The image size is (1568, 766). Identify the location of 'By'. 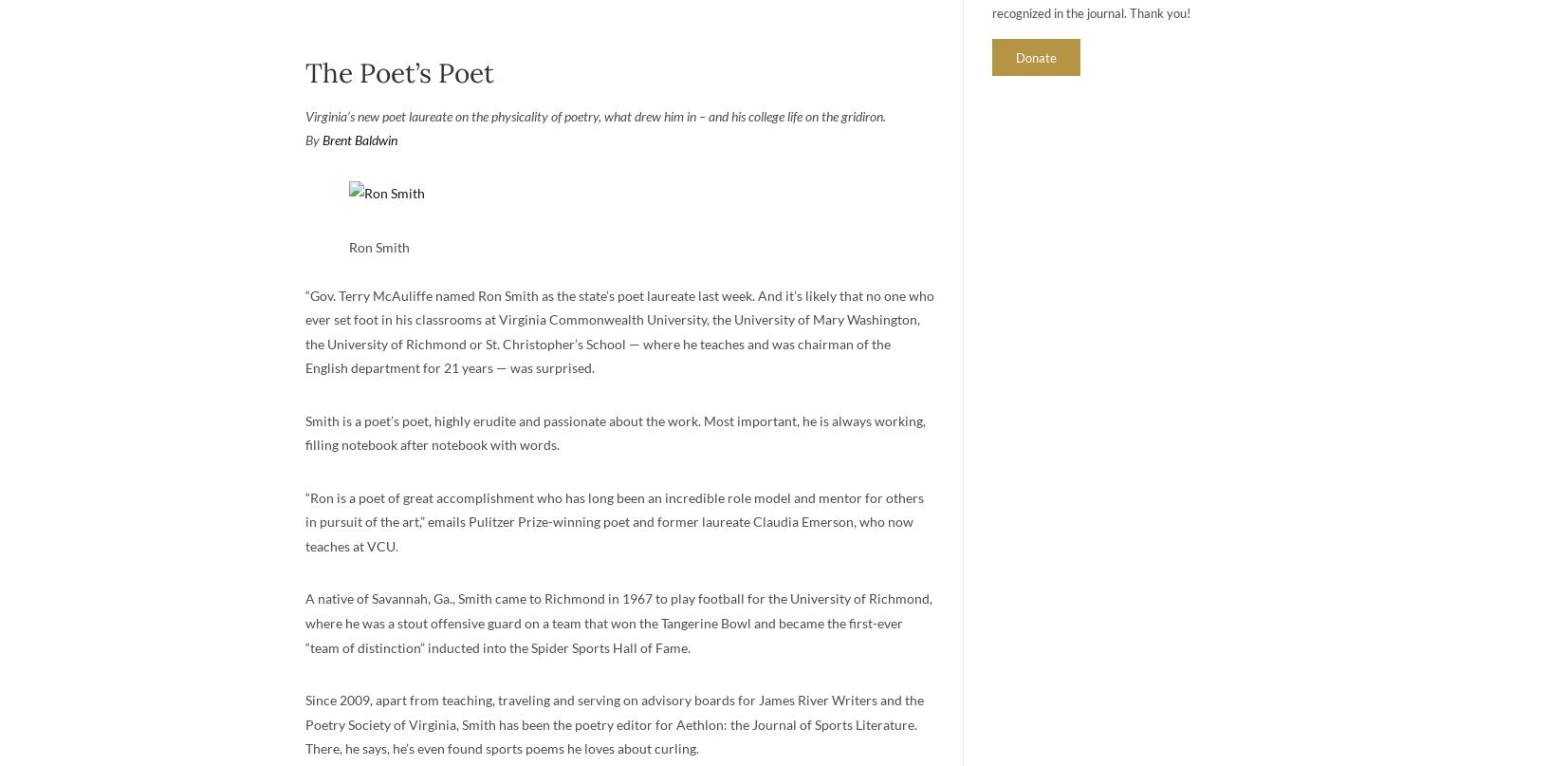
(304, 139).